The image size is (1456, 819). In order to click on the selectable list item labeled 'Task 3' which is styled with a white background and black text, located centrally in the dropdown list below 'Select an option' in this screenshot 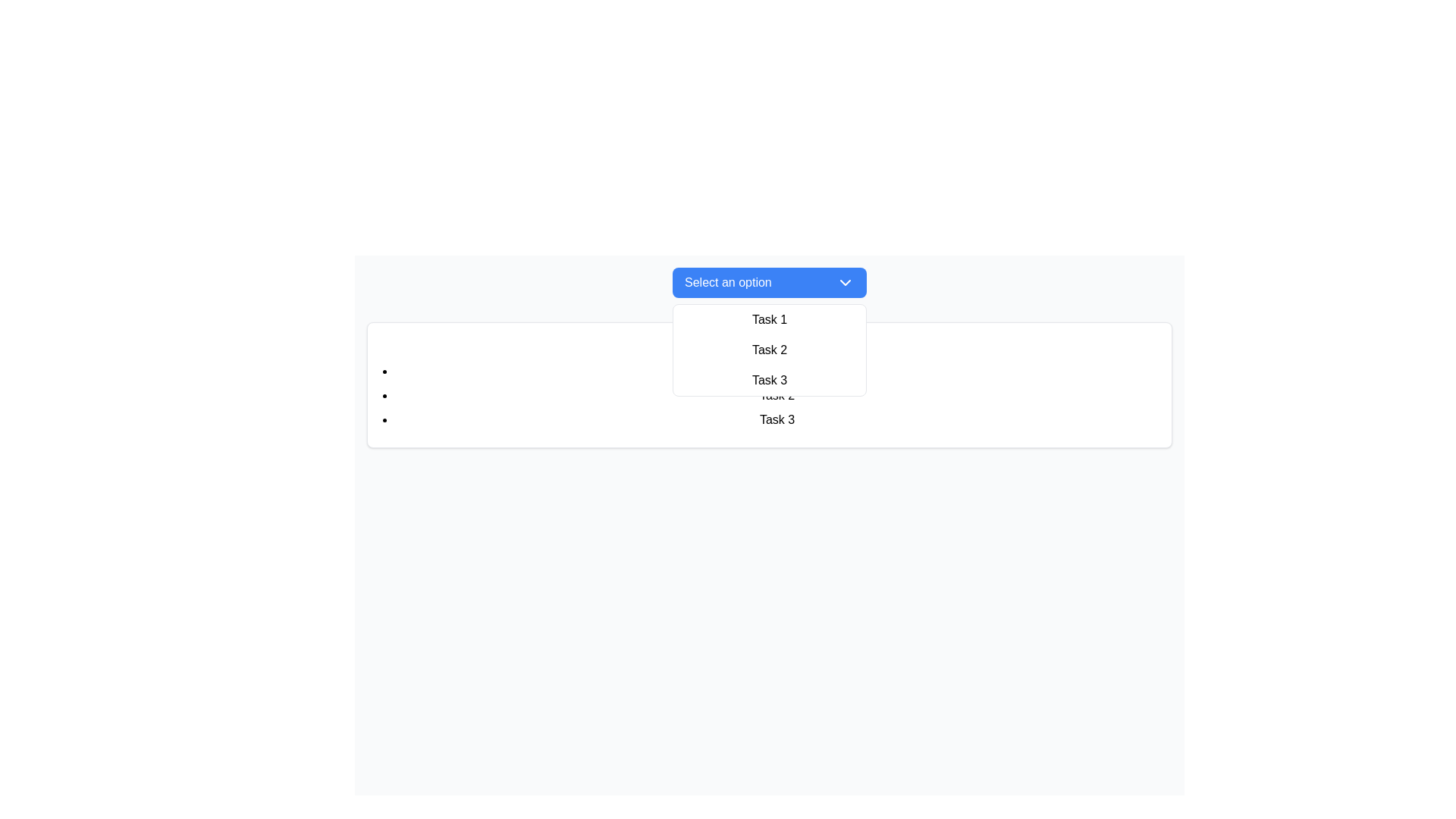, I will do `click(769, 379)`.